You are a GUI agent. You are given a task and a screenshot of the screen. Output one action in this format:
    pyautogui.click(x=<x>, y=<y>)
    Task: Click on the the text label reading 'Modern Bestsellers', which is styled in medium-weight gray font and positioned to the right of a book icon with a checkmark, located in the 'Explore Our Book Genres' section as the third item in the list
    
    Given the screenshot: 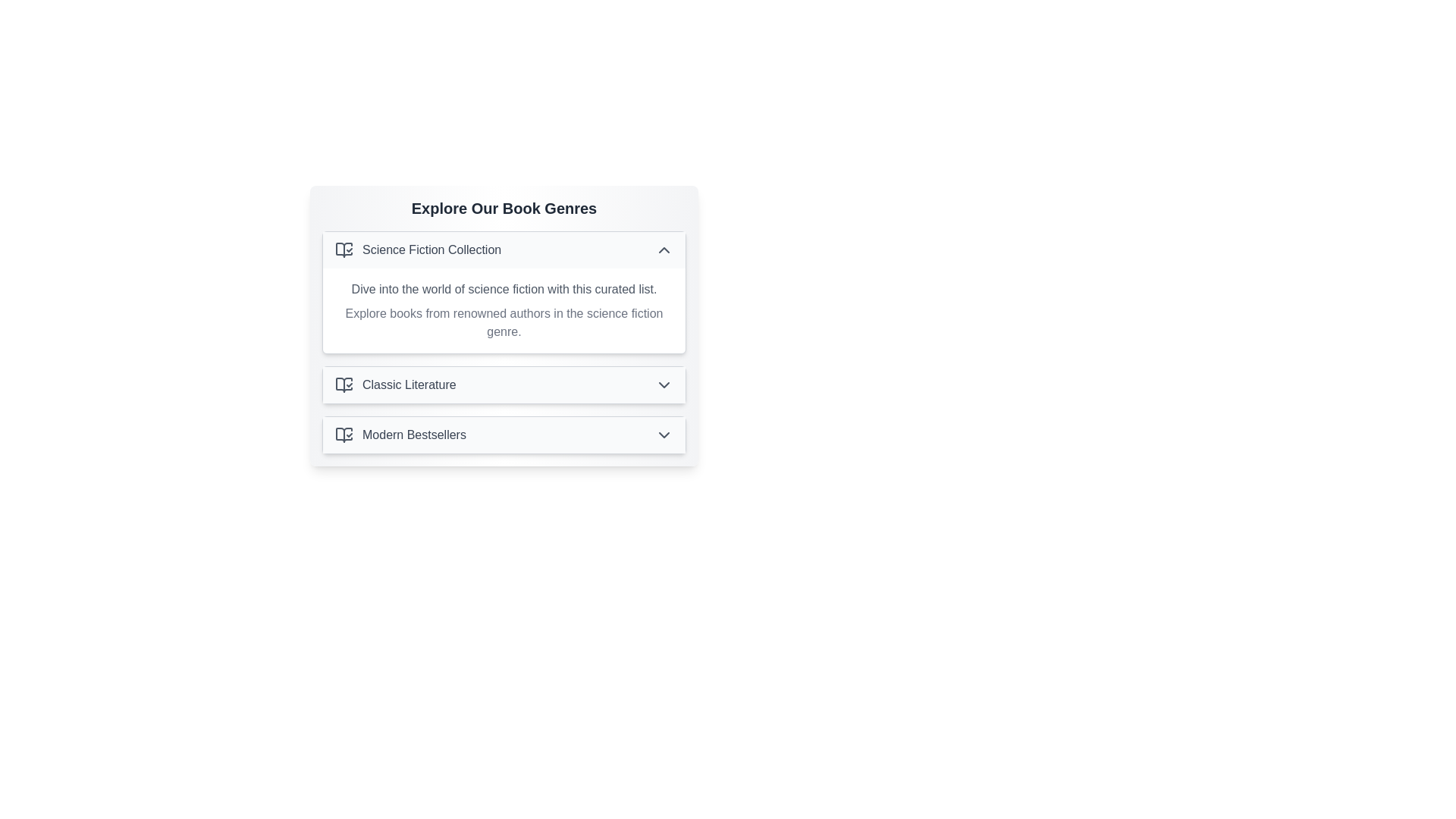 What is the action you would take?
    pyautogui.click(x=414, y=435)
    